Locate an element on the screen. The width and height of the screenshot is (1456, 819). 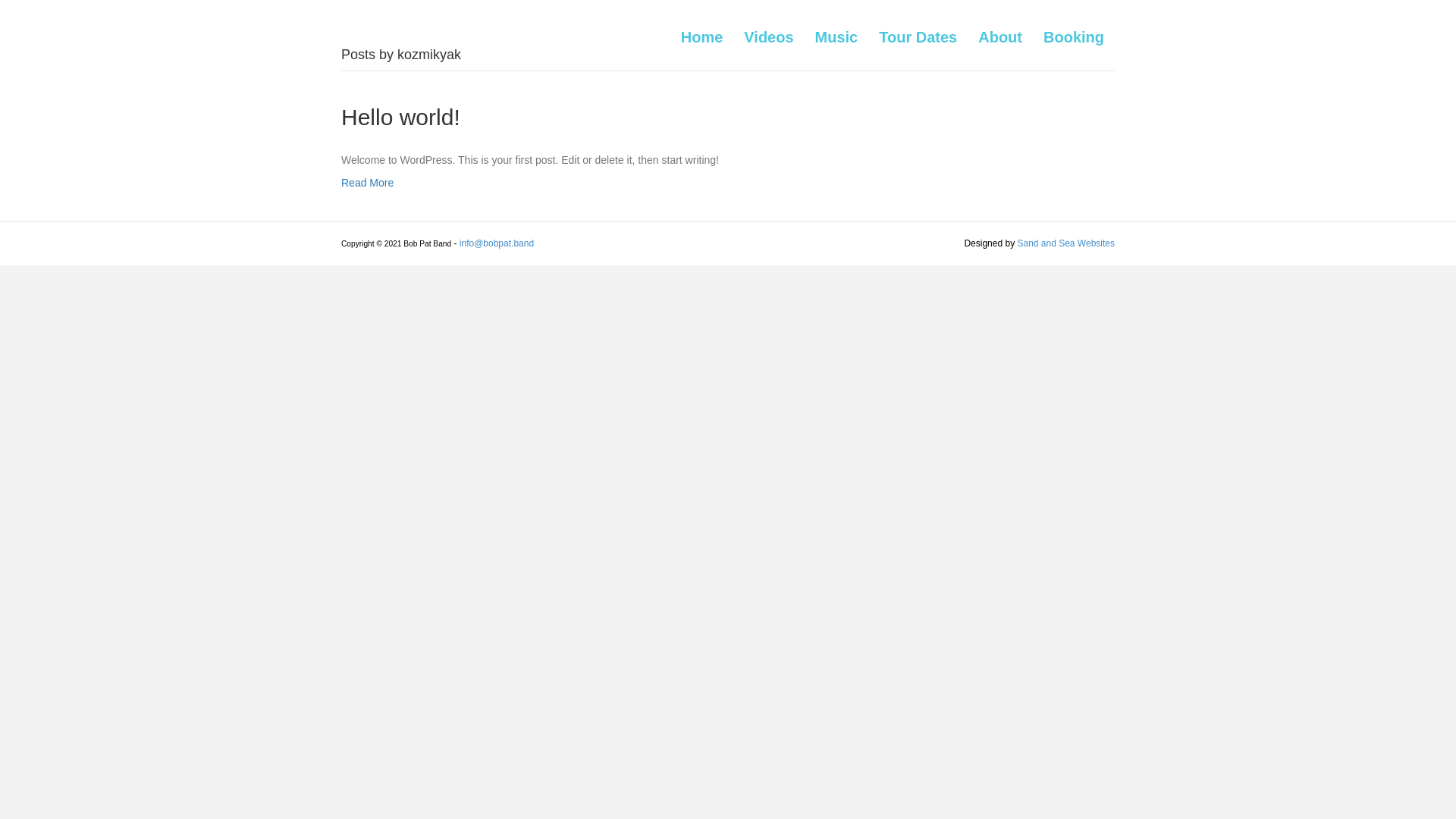
'info@bobpat.band' is located at coordinates (496, 242).